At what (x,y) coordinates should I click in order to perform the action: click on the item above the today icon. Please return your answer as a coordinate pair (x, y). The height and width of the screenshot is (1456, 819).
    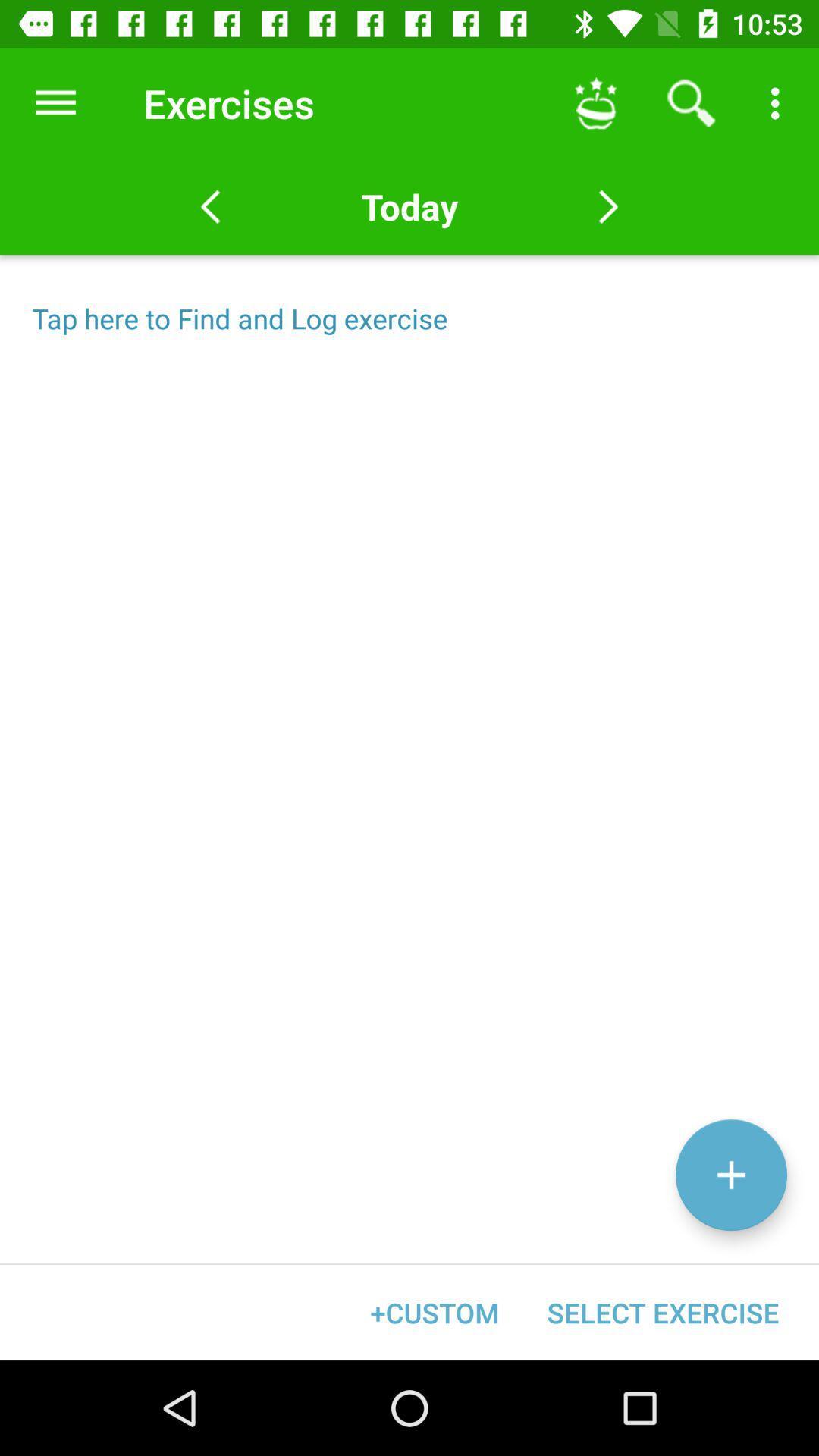
    Looking at the image, I should click on (595, 102).